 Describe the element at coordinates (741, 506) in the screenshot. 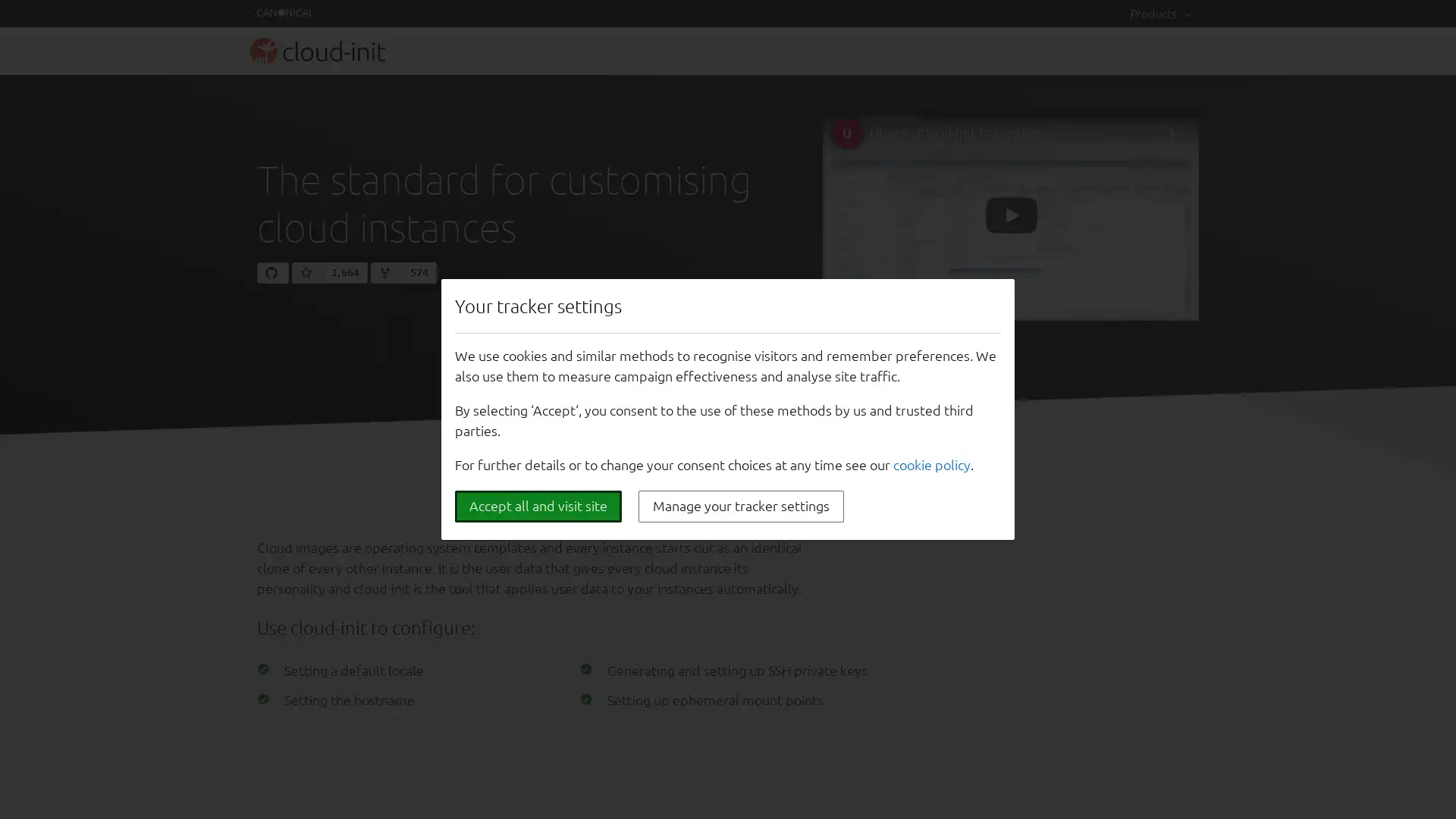

I see `Manage your tracker settings` at that location.